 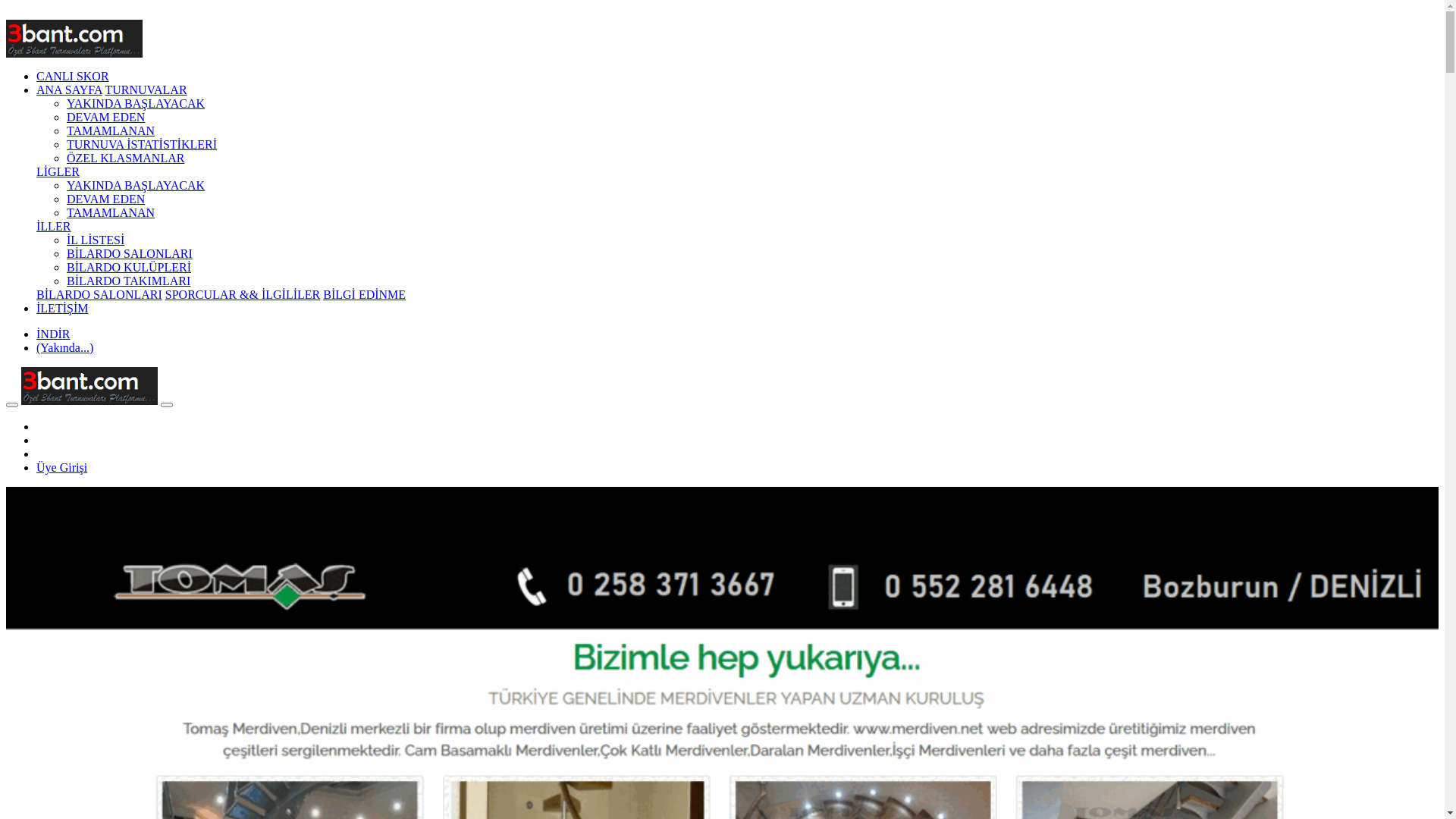 What do you see at coordinates (105, 116) in the screenshot?
I see `'DEVAM EDEN'` at bounding box center [105, 116].